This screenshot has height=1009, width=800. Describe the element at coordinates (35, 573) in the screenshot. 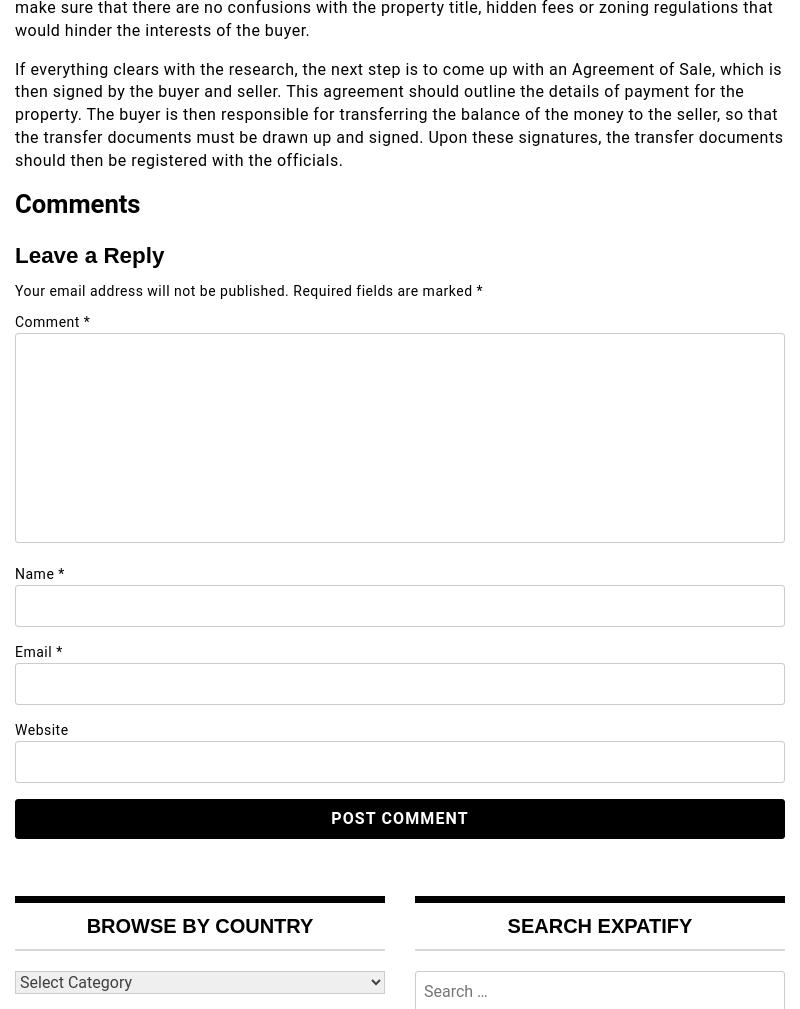

I see `'Name'` at that location.